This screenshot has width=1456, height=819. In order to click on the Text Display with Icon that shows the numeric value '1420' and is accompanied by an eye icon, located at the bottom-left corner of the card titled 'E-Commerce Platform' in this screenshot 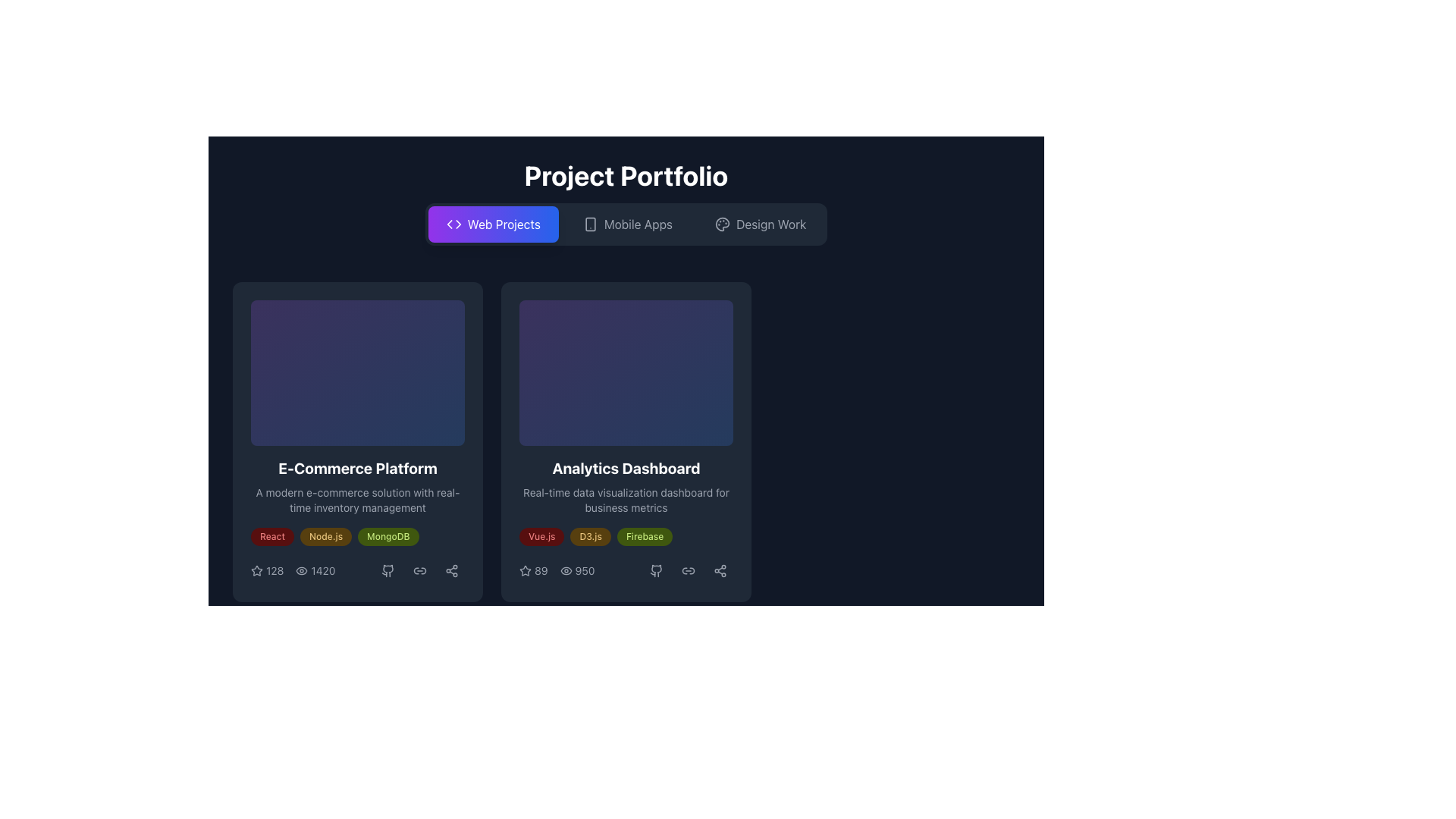, I will do `click(315, 570)`.